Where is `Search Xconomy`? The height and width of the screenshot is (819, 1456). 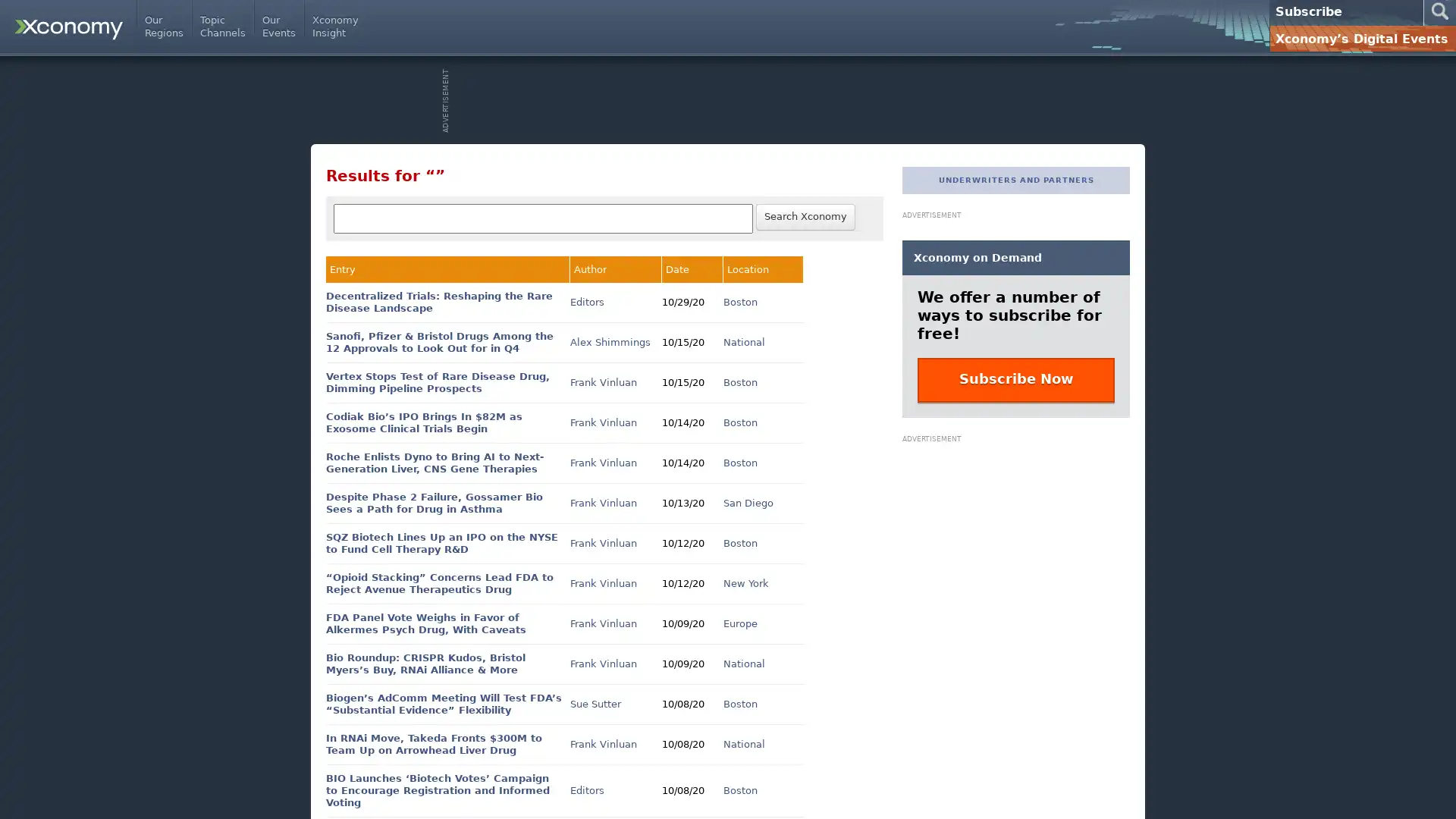 Search Xconomy is located at coordinates (805, 217).